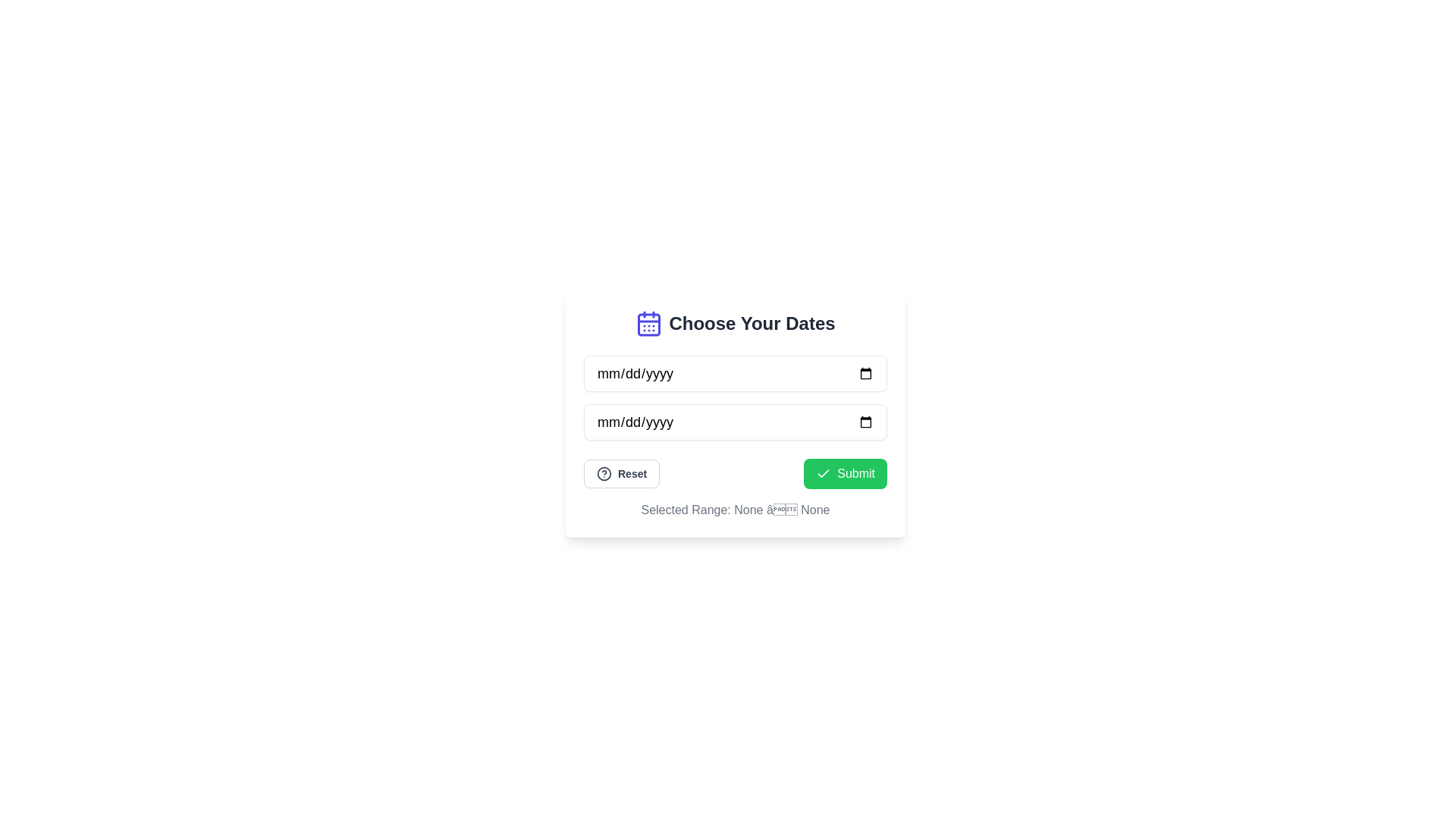  I want to click on the green circular checkmark icon with a white check symbol inside, located within the larger green 'Submit' button, so click(823, 472).